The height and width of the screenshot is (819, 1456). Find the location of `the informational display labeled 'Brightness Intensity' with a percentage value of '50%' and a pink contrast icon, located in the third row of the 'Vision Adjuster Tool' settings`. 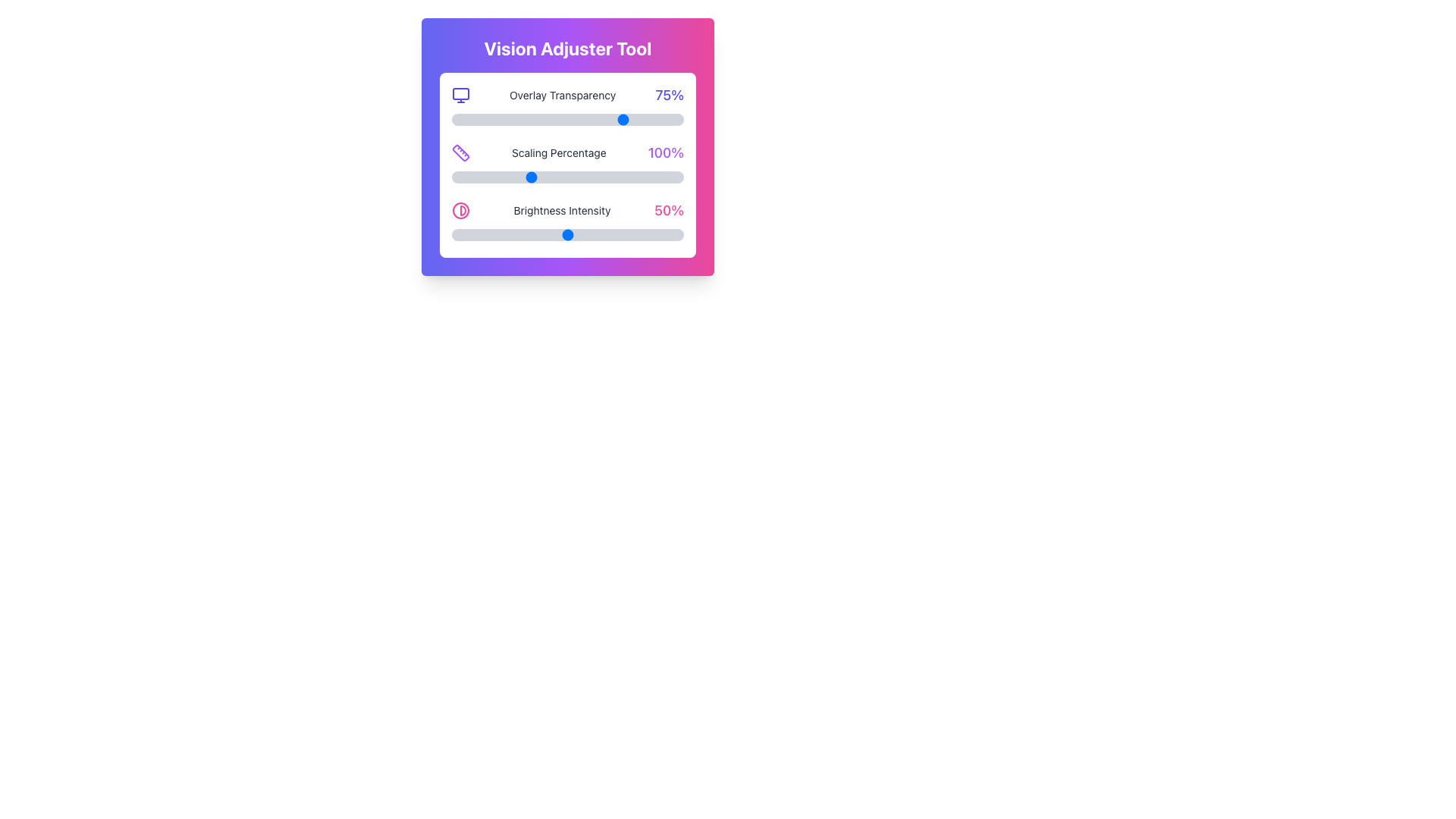

the informational display labeled 'Brightness Intensity' with a percentage value of '50%' and a pink contrast icon, located in the third row of the 'Vision Adjuster Tool' settings is located at coordinates (566, 210).